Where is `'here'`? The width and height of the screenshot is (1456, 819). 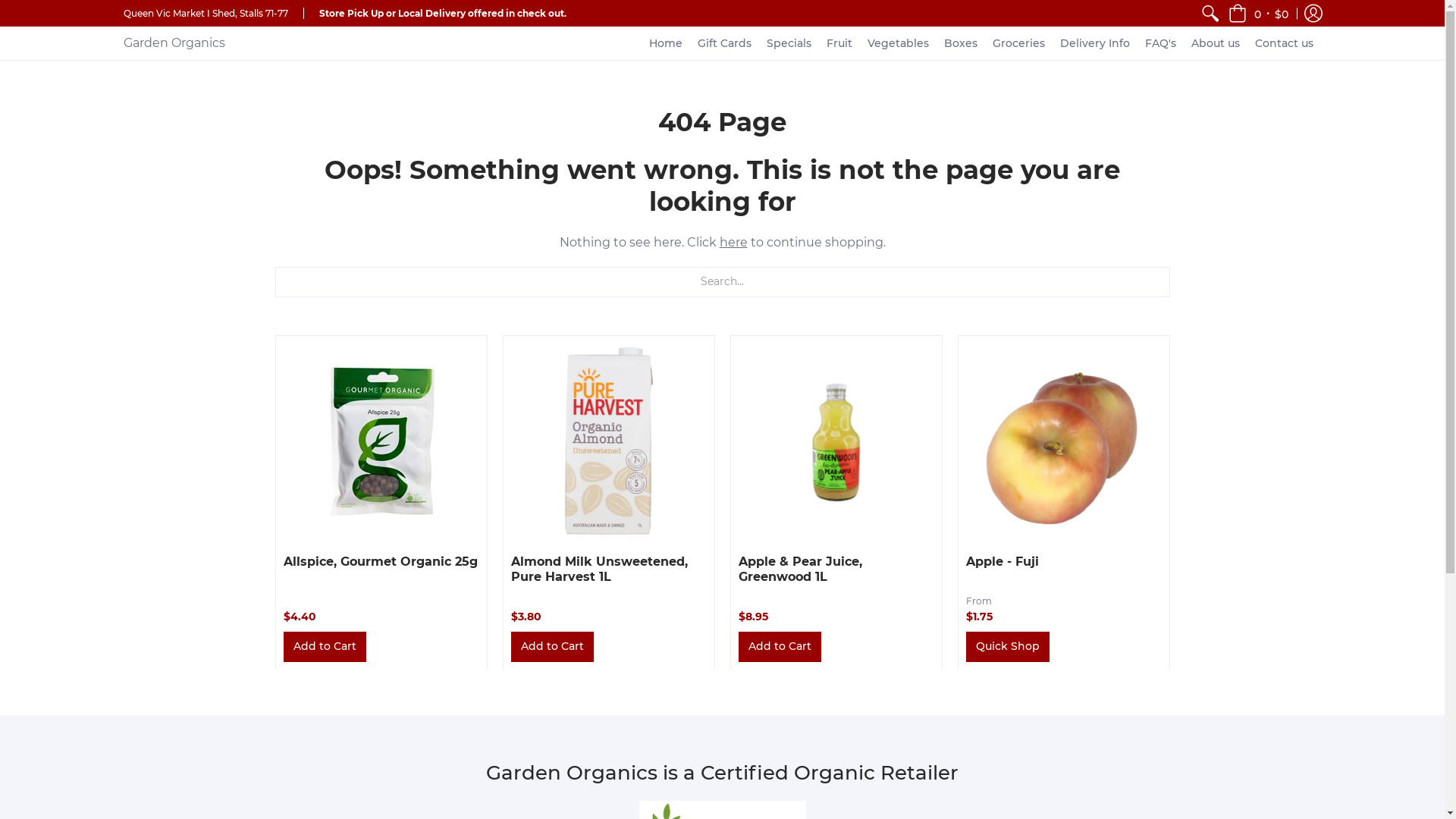 'here' is located at coordinates (733, 241).